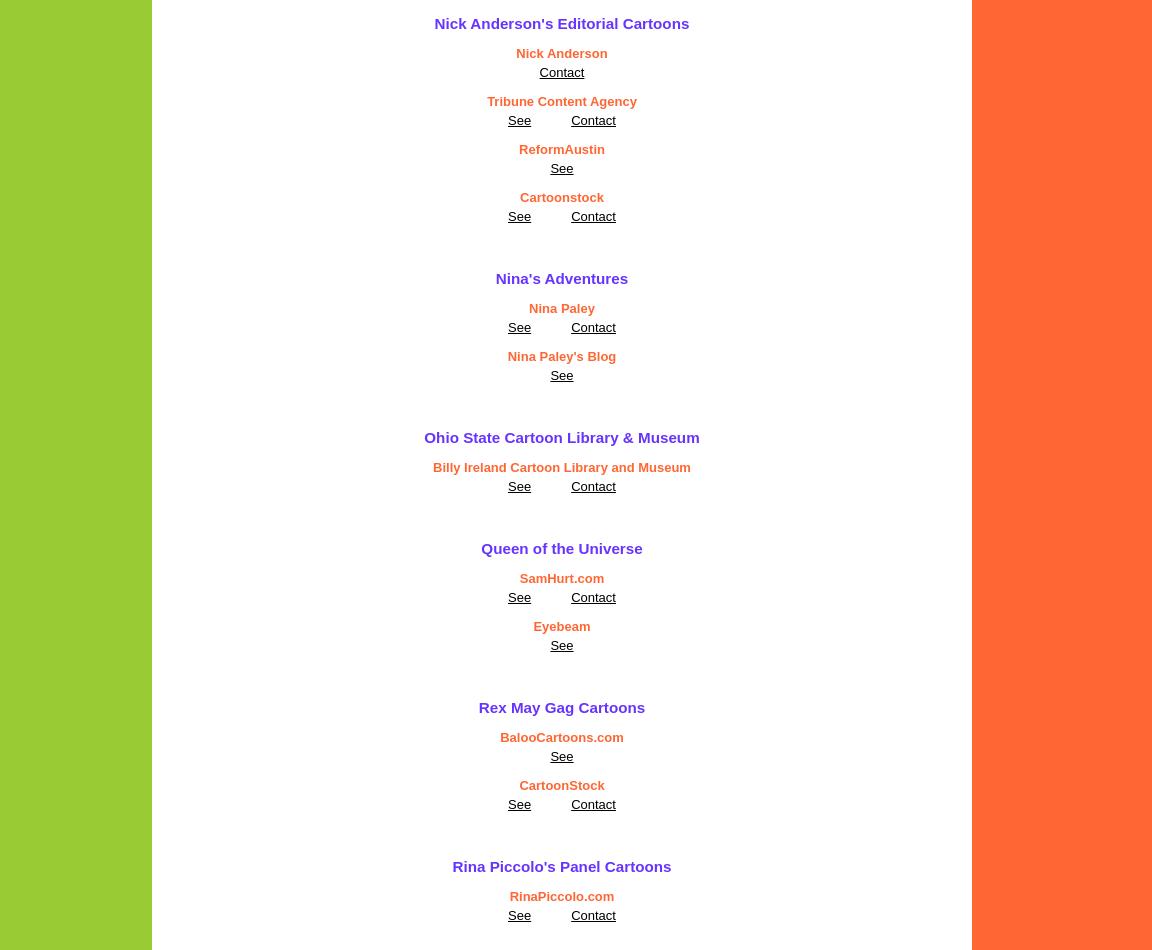  Describe the element at coordinates (561, 736) in the screenshot. I see `'BalooCartoons.com'` at that location.